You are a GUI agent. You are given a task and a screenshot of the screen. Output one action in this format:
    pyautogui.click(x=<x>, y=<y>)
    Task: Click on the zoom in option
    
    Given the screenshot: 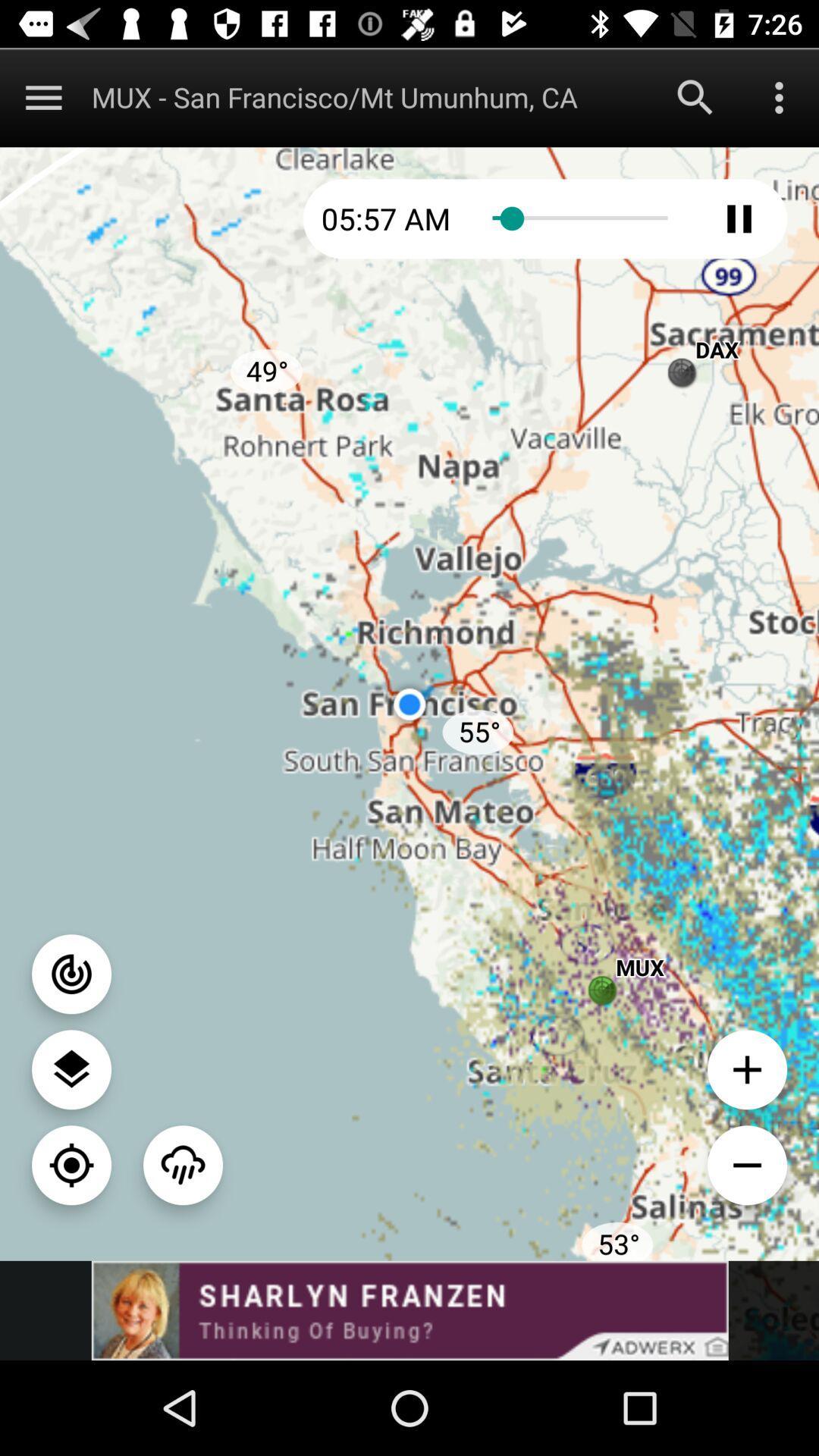 What is the action you would take?
    pyautogui.click(x=746, y=1068)
    